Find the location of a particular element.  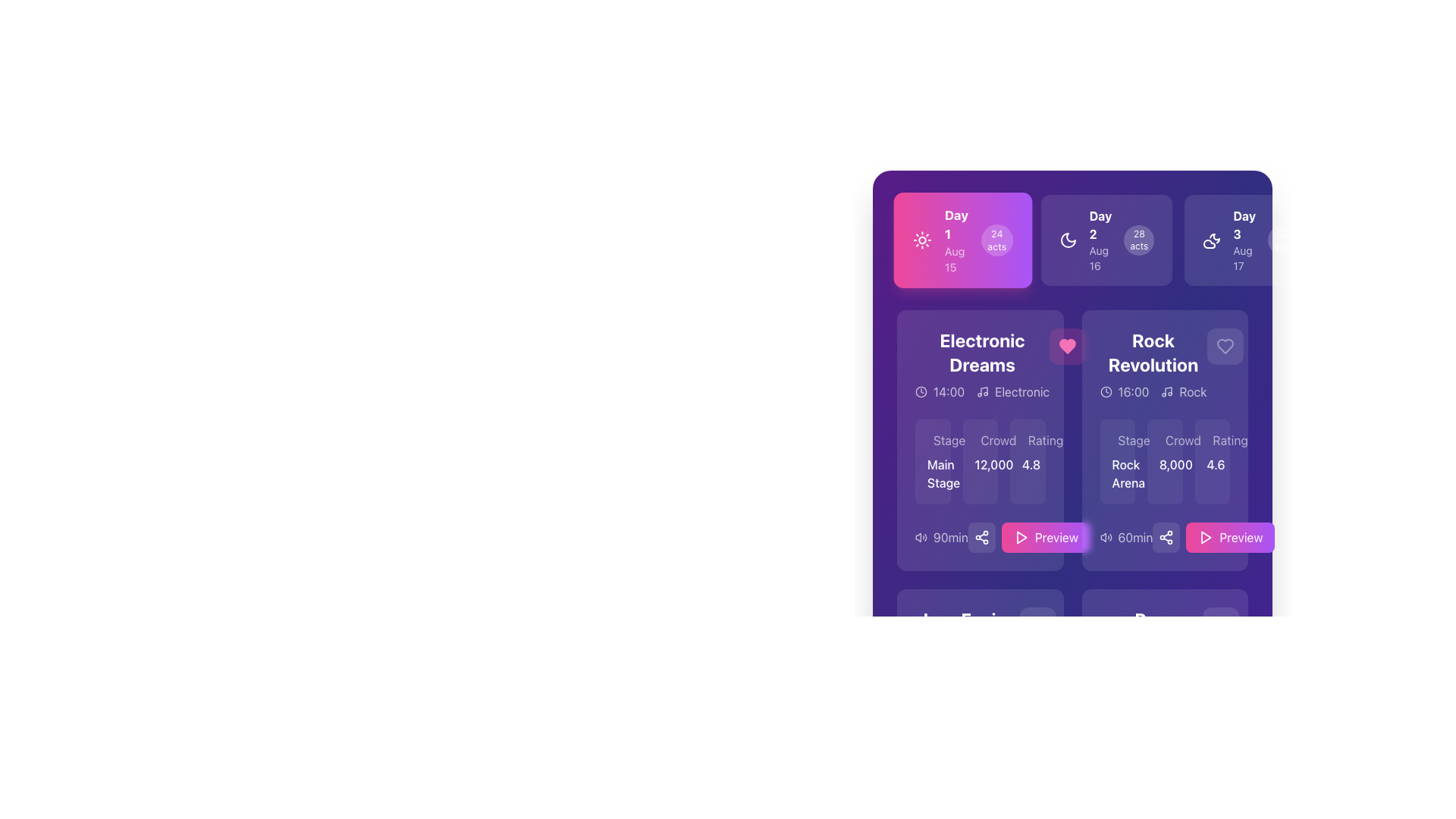

the informational badge displaying the total number of acts scheduled for the day, located at the top-right corner of the card for 'Day 3, Aug 17' is located at coordinates (1282, 239).